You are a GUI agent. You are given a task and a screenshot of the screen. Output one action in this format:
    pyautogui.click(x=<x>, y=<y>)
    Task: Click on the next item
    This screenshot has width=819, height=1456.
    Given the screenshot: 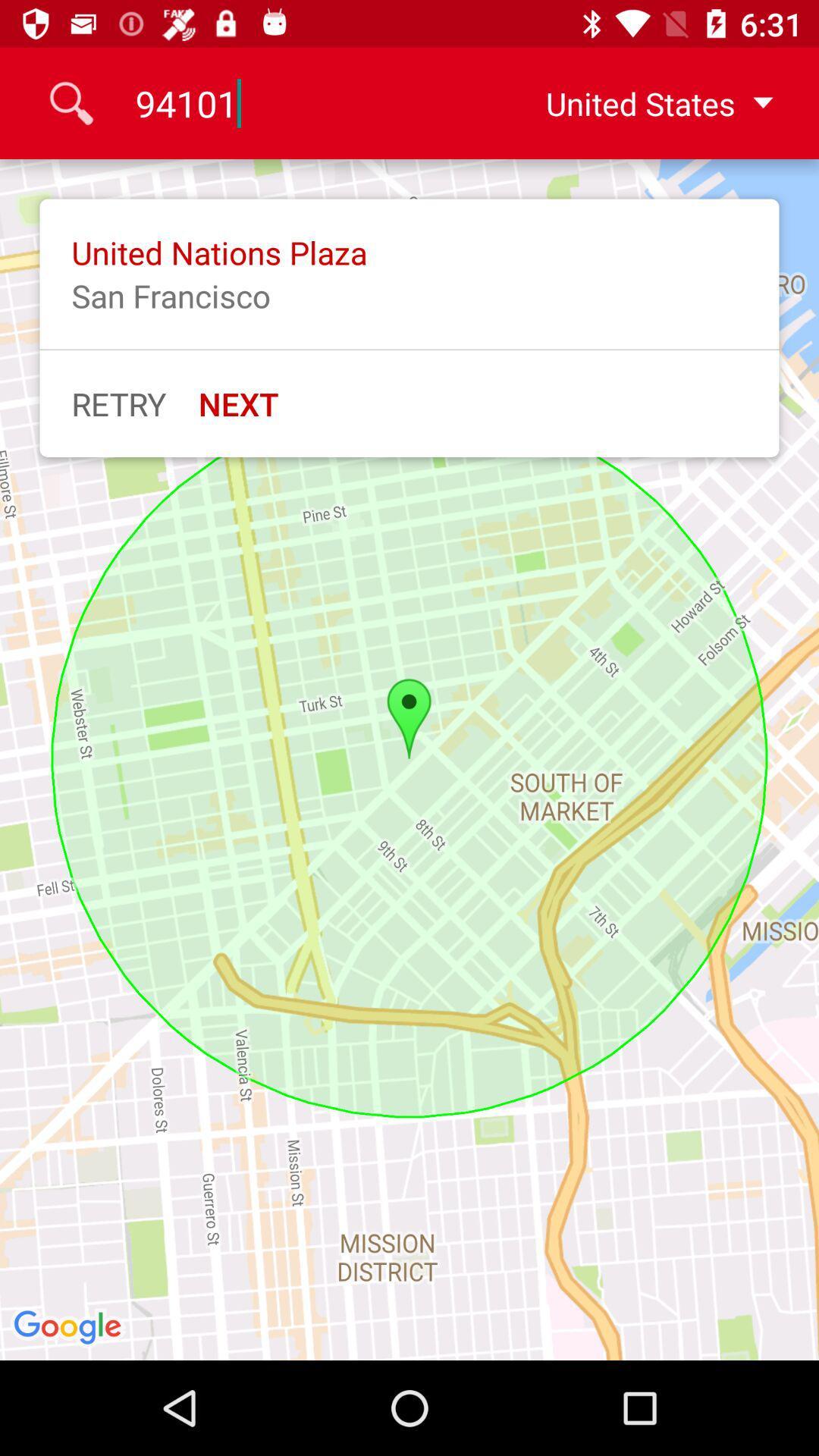 What is the action you would take?
    pyautogui.click(x=238, y=403)
    